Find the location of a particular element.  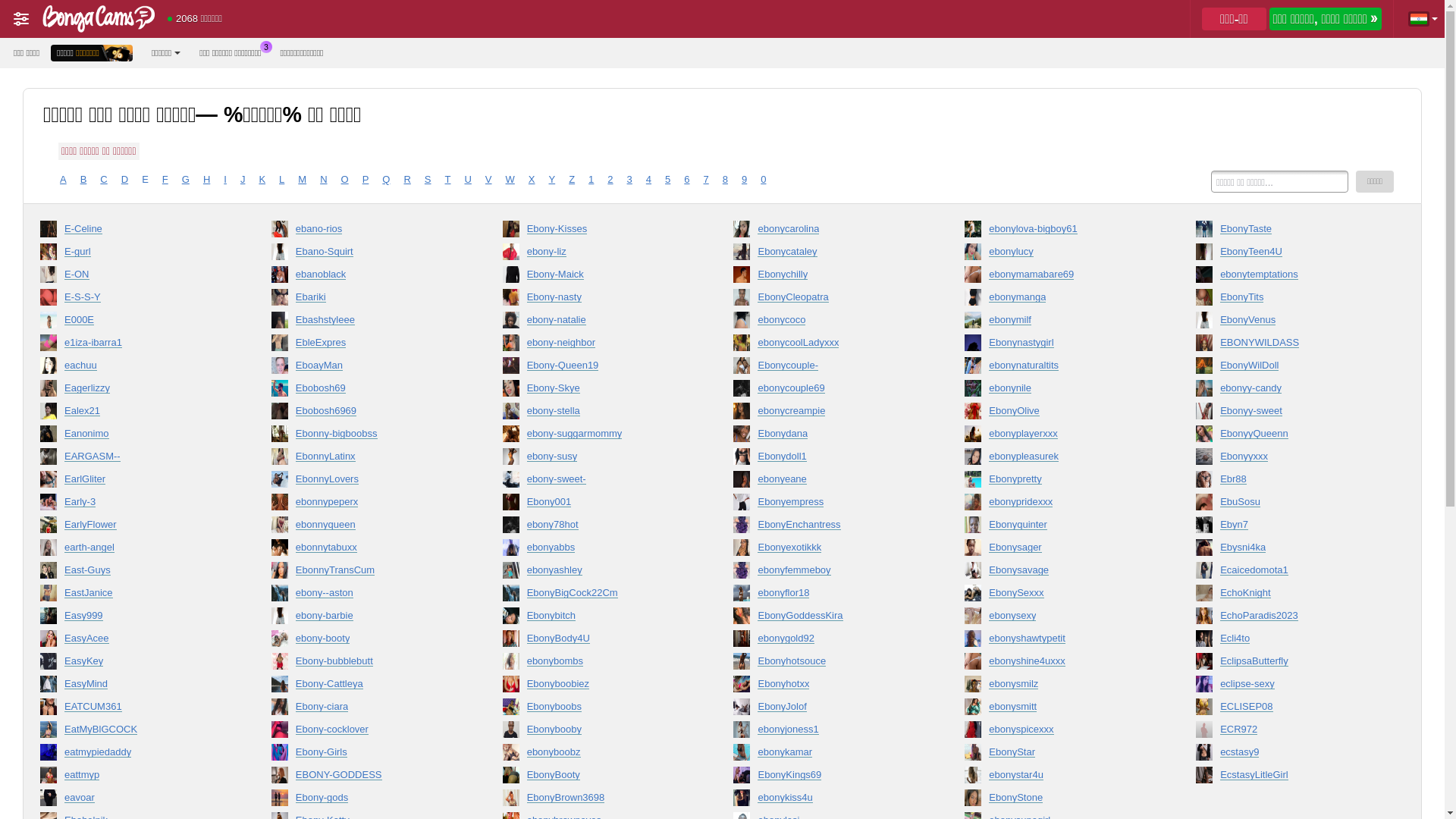

'EbonyBody4U' is located at coordinates (596, 641).